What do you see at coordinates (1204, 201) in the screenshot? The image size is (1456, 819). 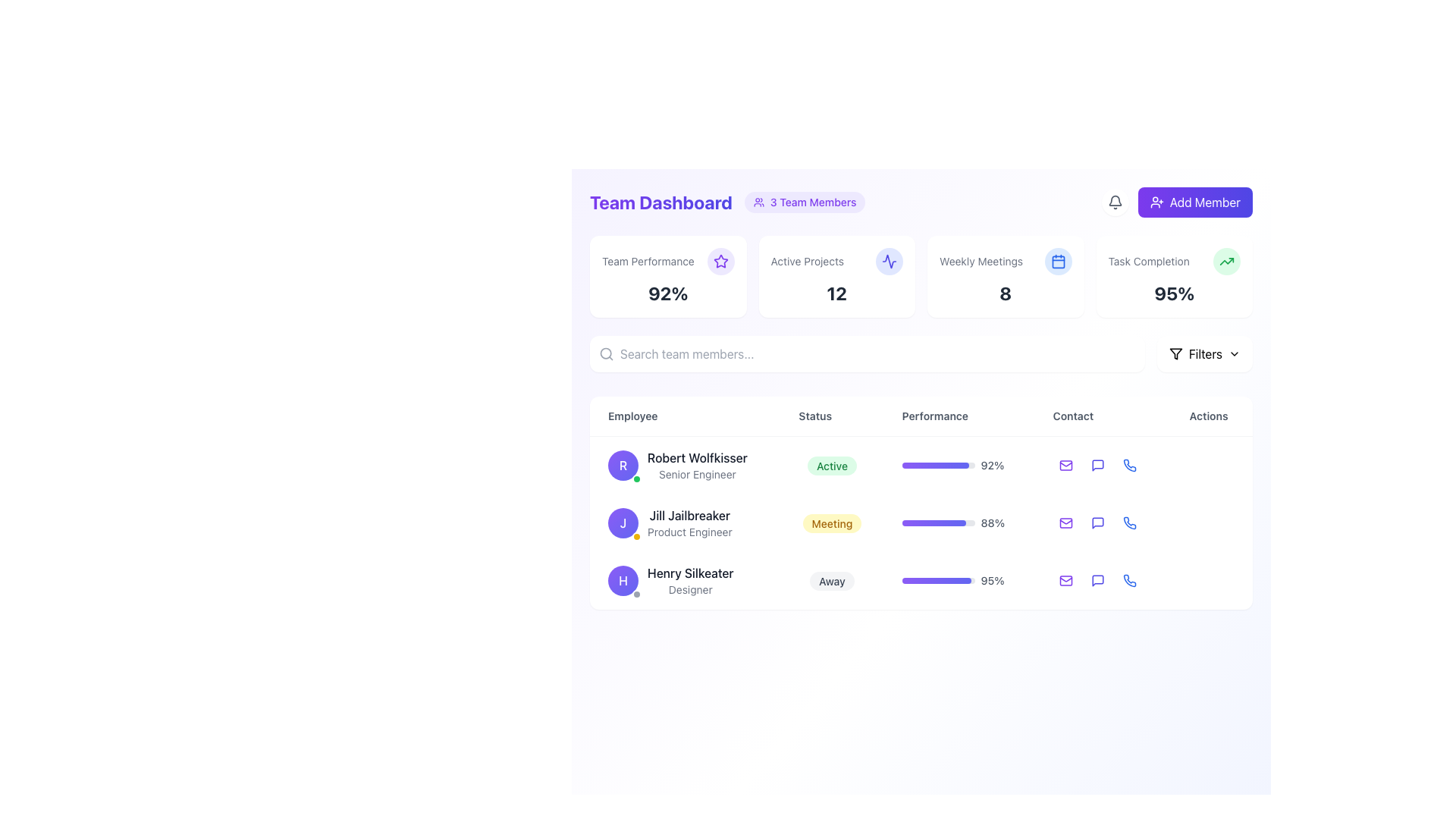 I see `keyboard navigation` at bounding box center [1204, 201].